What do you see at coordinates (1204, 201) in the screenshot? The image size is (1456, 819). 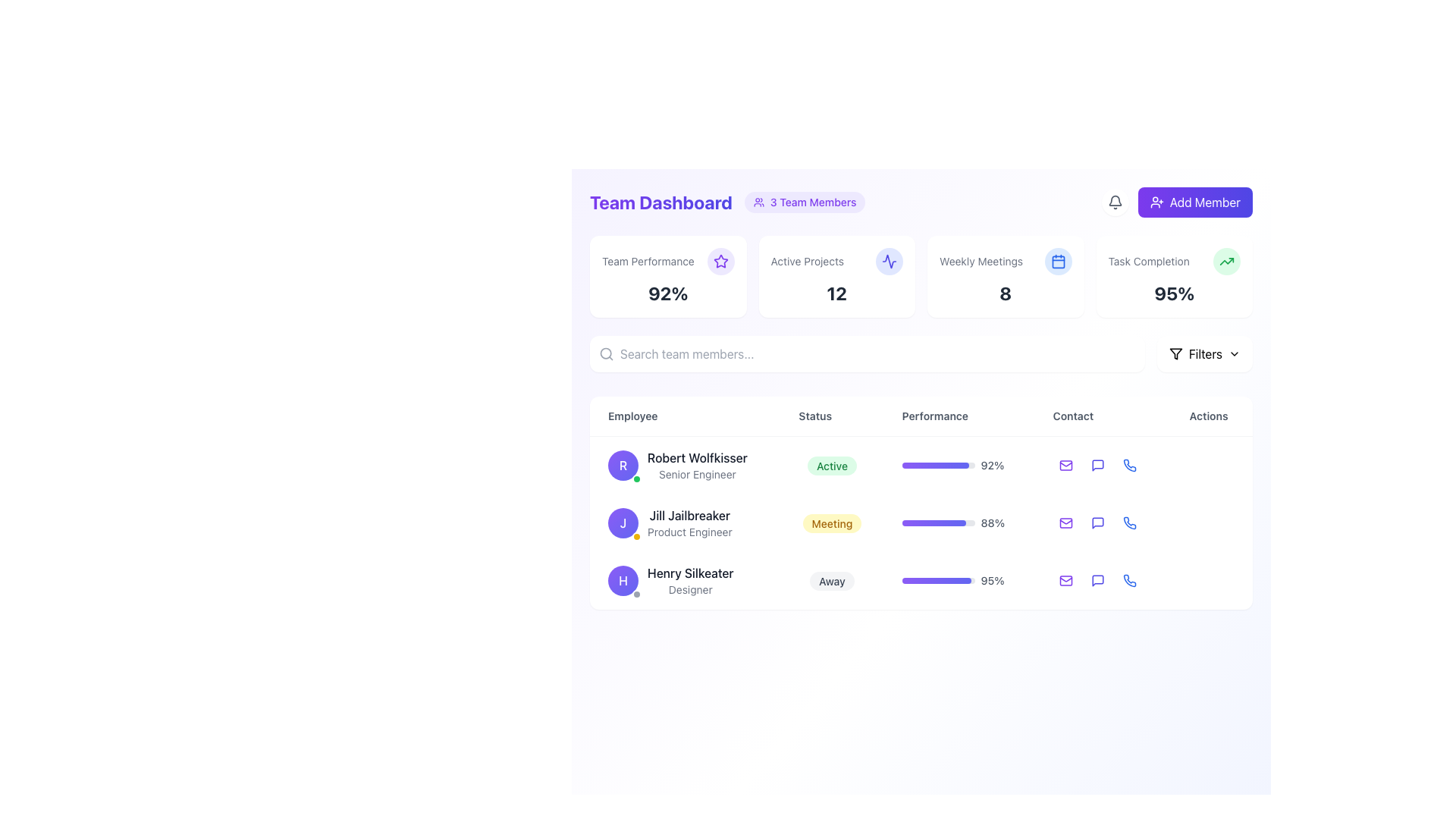 I see `keyboard navigation` at bounding box center [1204, 201].